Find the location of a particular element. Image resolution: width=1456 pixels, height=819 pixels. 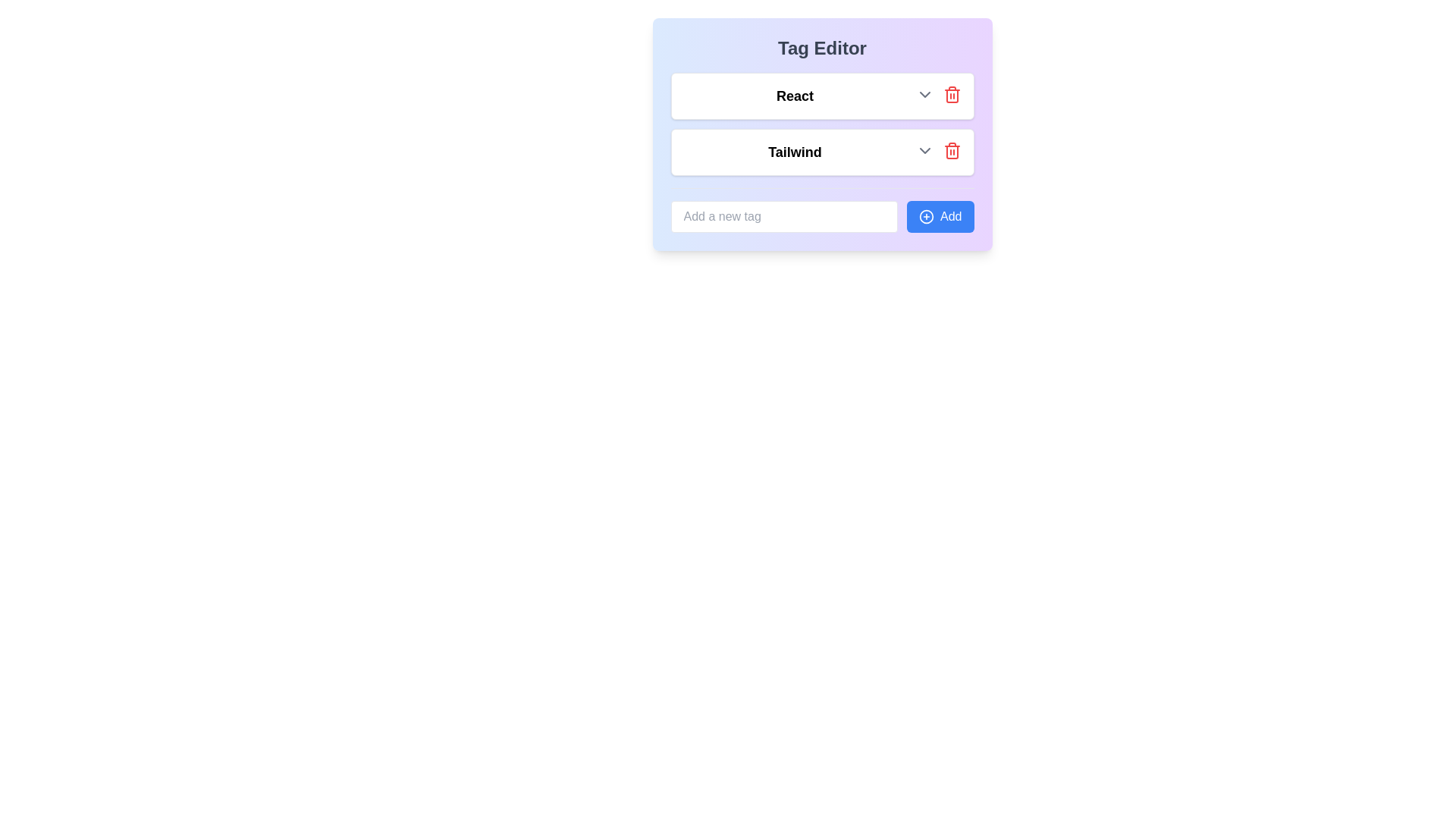

the delete icon for the 'Tailwind' tag to observe its hover effect is located at coordinates (951, 151).